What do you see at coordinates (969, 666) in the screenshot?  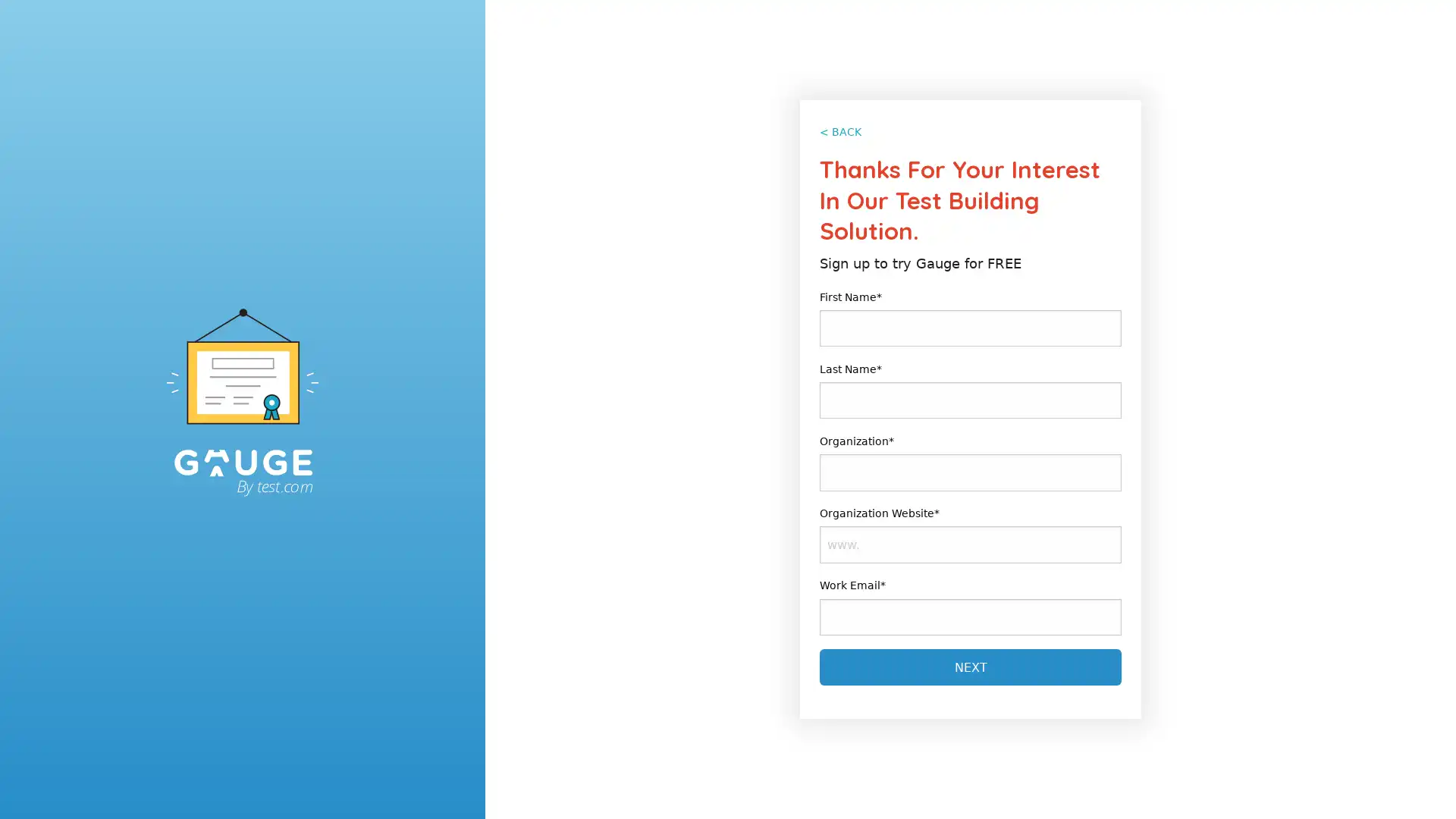 I see `Next` at bounding box center [969, 666].